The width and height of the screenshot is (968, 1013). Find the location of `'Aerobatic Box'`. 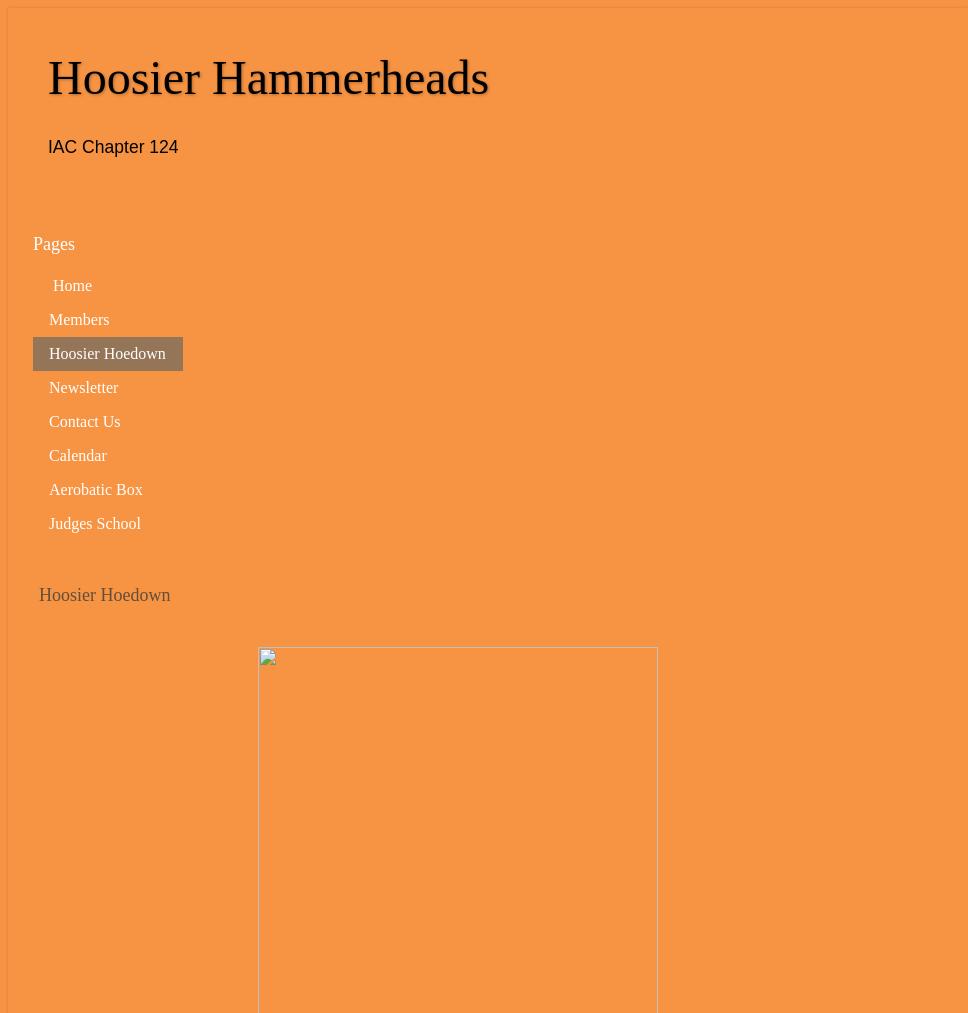

'Aerobatic Box' is located at coordinates (95, 487).